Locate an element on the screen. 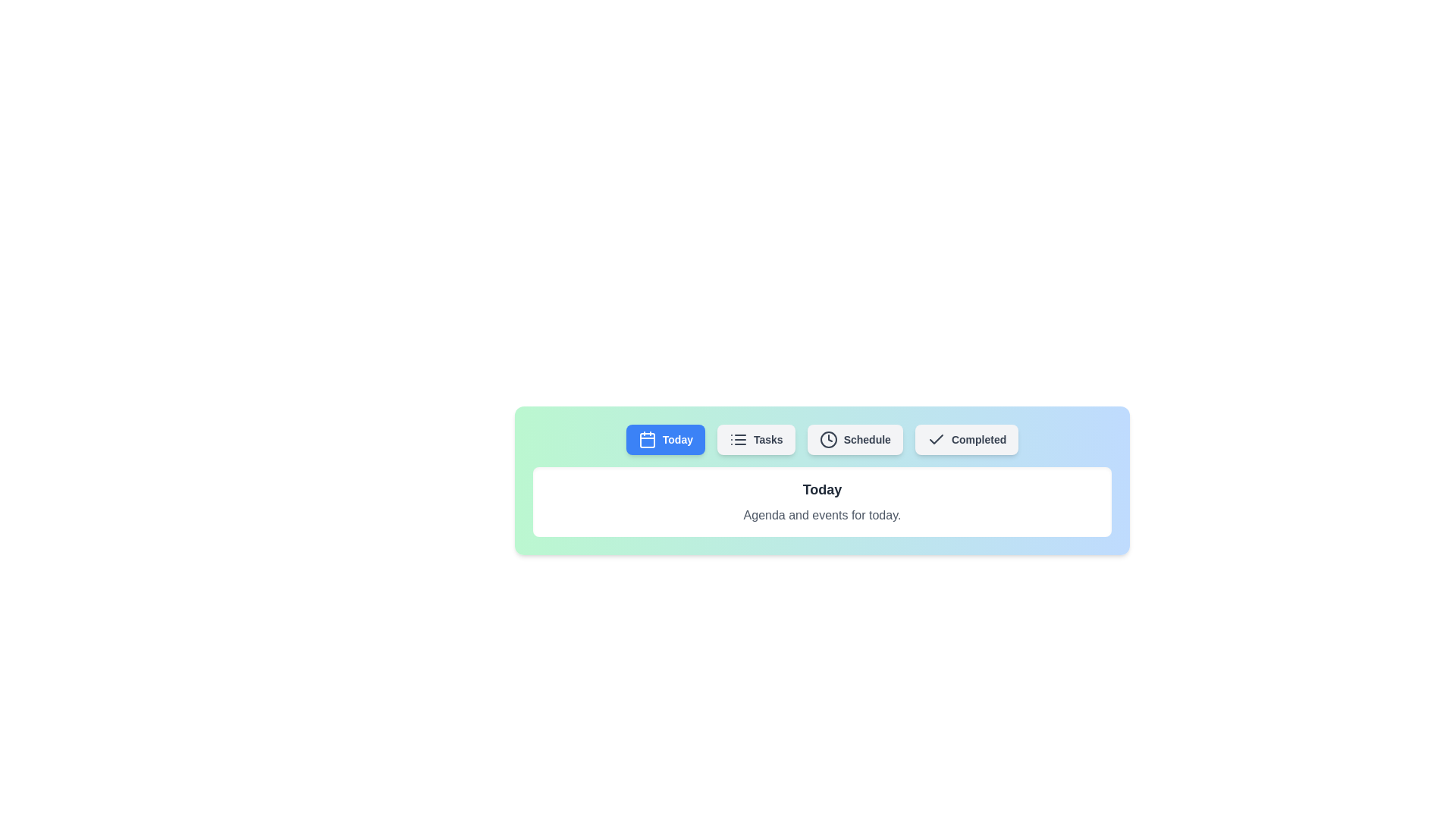 The height and width of the screenshot is (819, 1456). the tab labeled Today to view its hover effect is located at coordinates (665, 439).